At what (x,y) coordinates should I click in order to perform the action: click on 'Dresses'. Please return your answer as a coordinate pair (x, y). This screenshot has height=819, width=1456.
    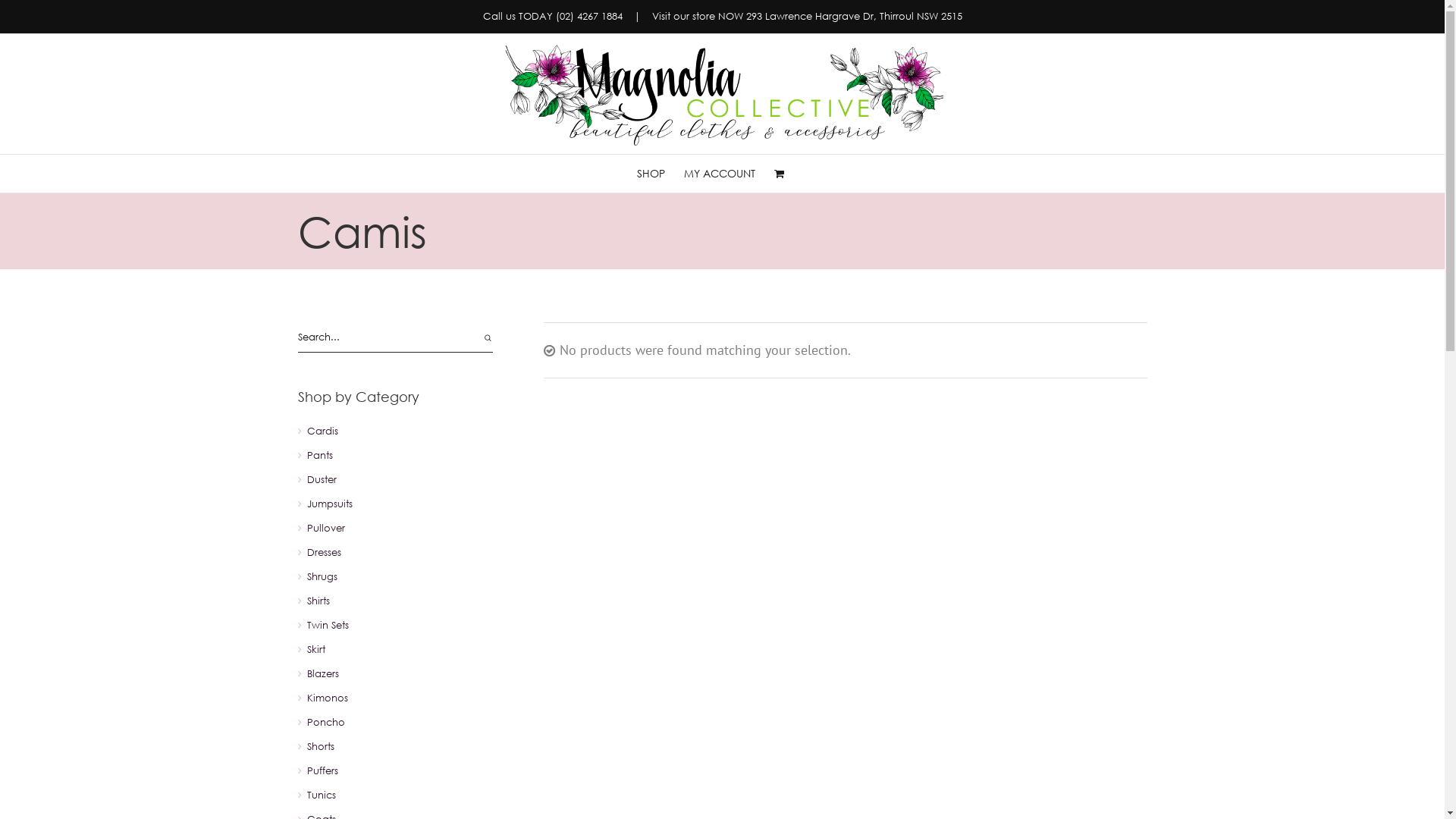
    Looking at the image, I should click on (322, 553).